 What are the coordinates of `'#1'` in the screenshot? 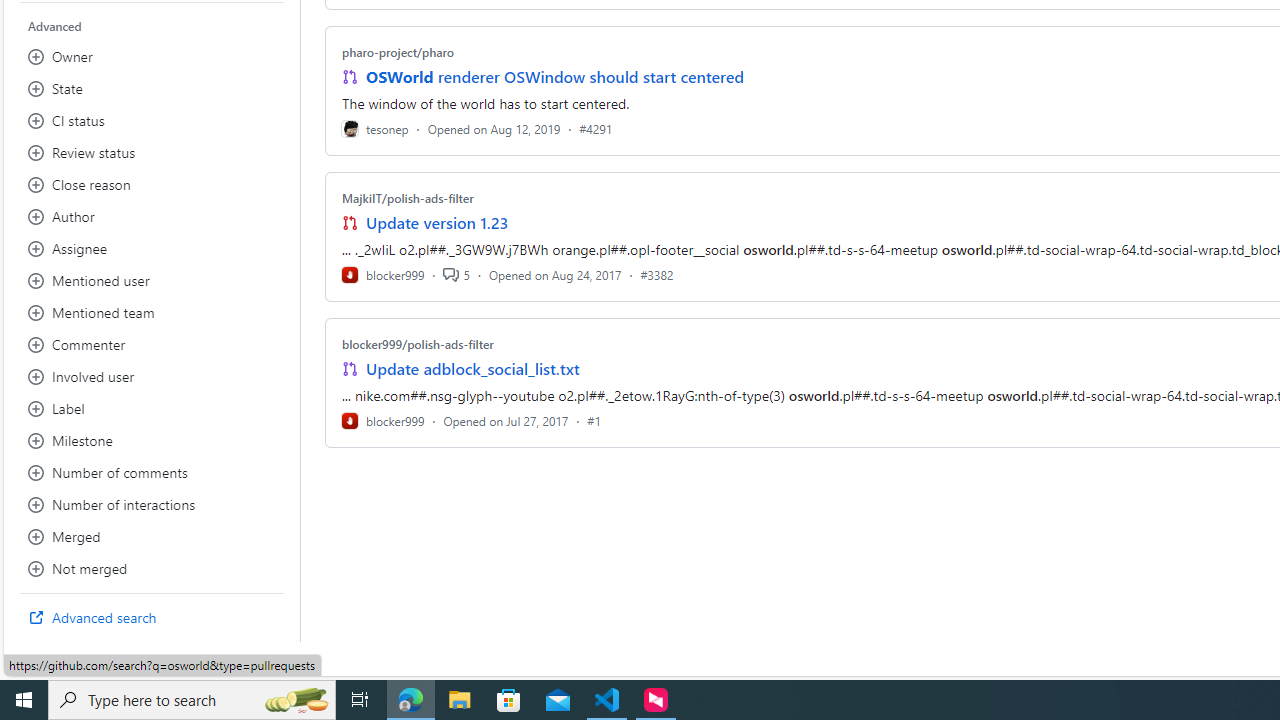 It's located at (593, 419).